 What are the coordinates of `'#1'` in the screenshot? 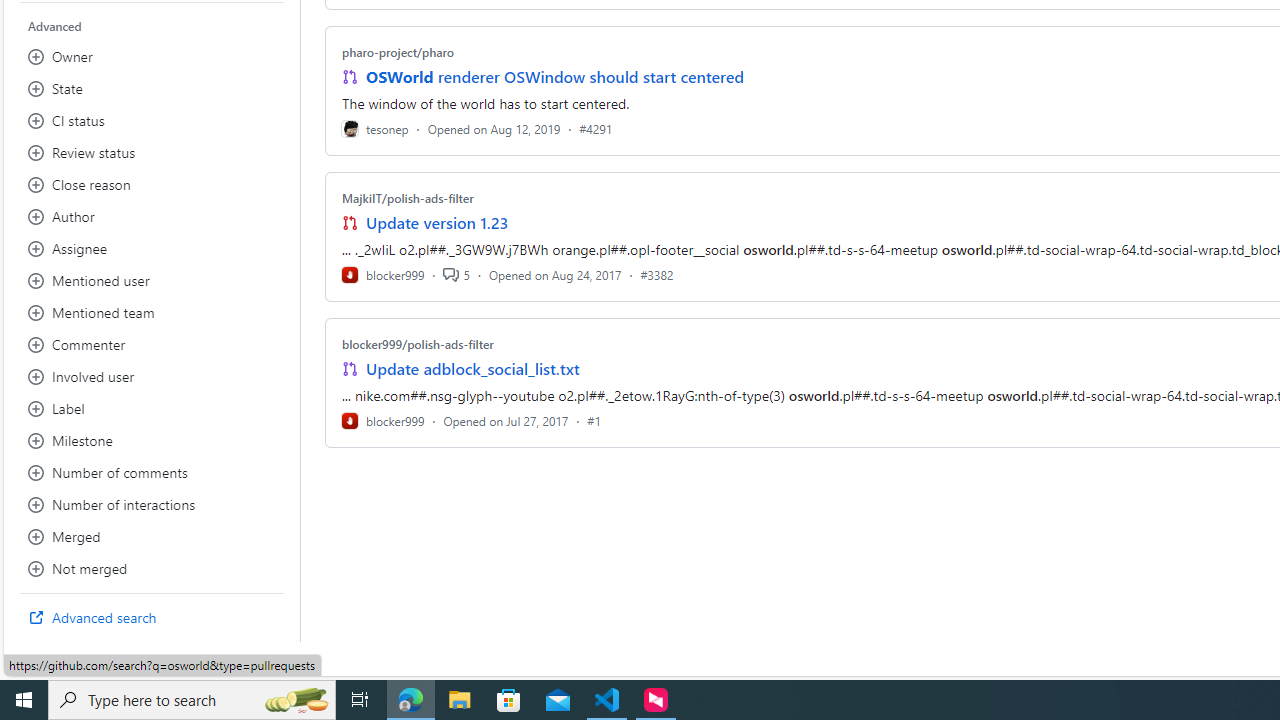 It's located at (593, 419).